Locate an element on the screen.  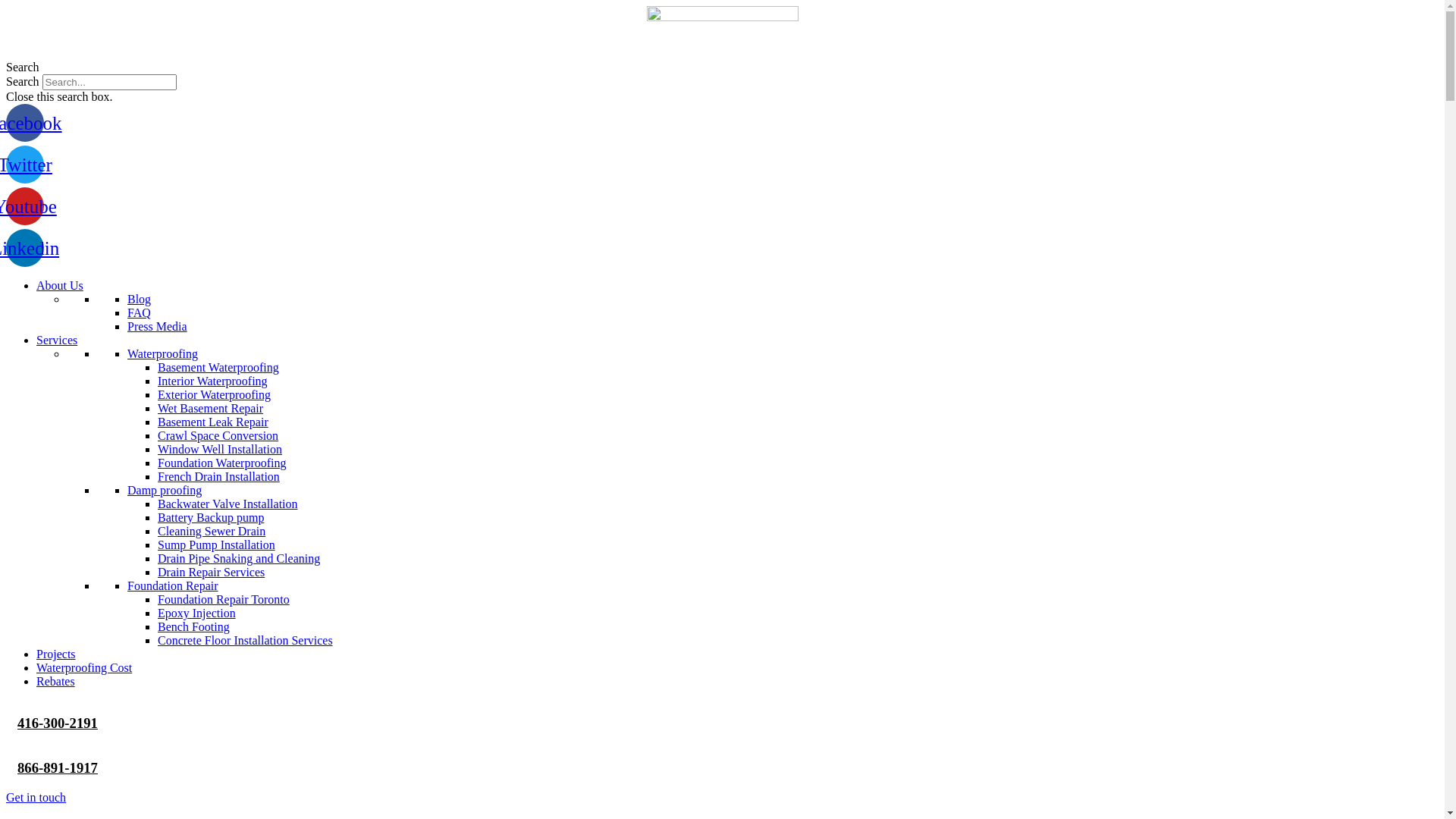
'Blog' is located at coordinates (139, 299).